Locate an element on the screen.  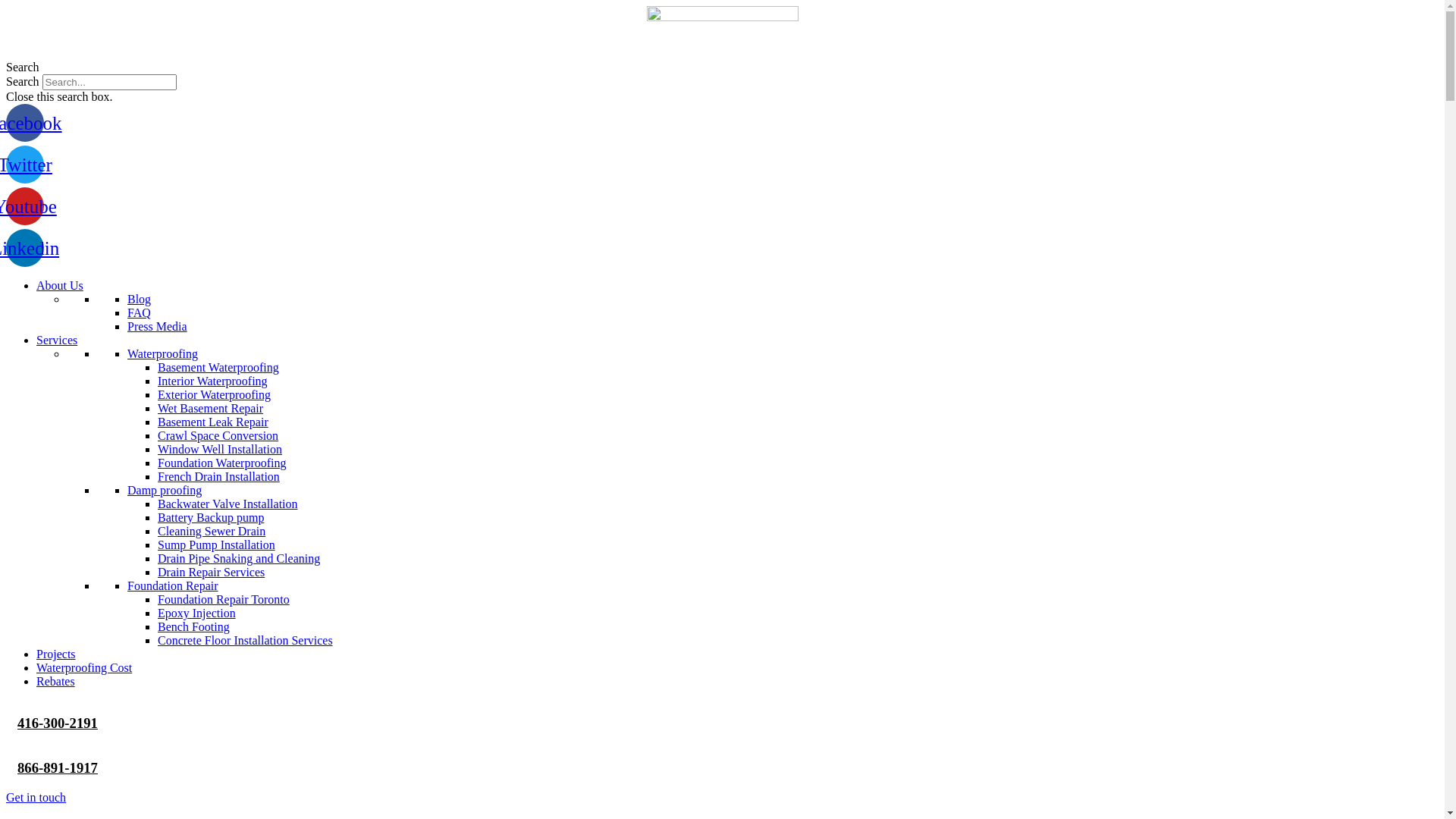
'Blog' is located at coordinates (139, 299).